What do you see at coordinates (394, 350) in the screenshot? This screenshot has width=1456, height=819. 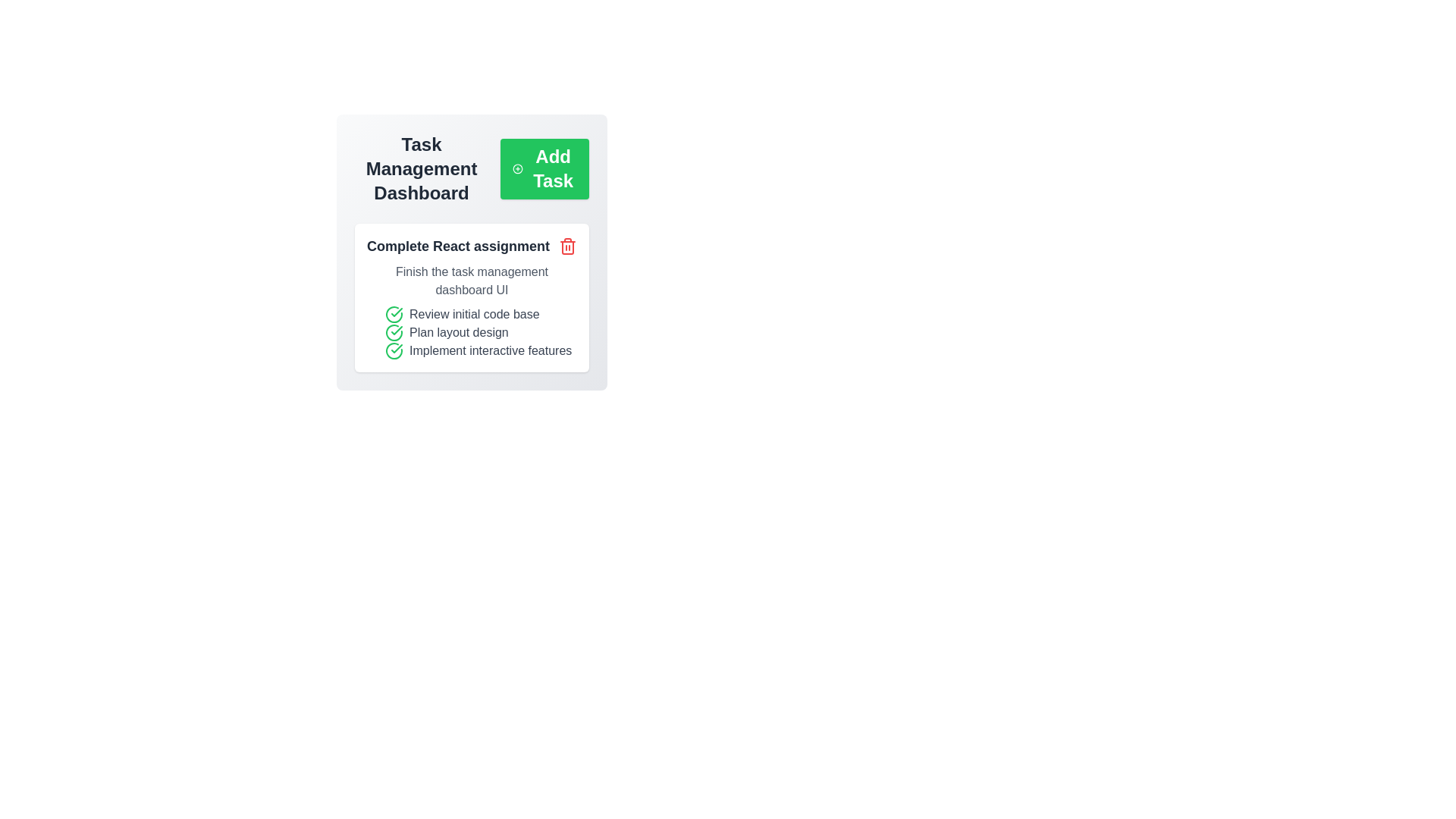 I see `the completion icon in the 'Implement interactive features' row to indicate task status` at bounding box center [394, 350].